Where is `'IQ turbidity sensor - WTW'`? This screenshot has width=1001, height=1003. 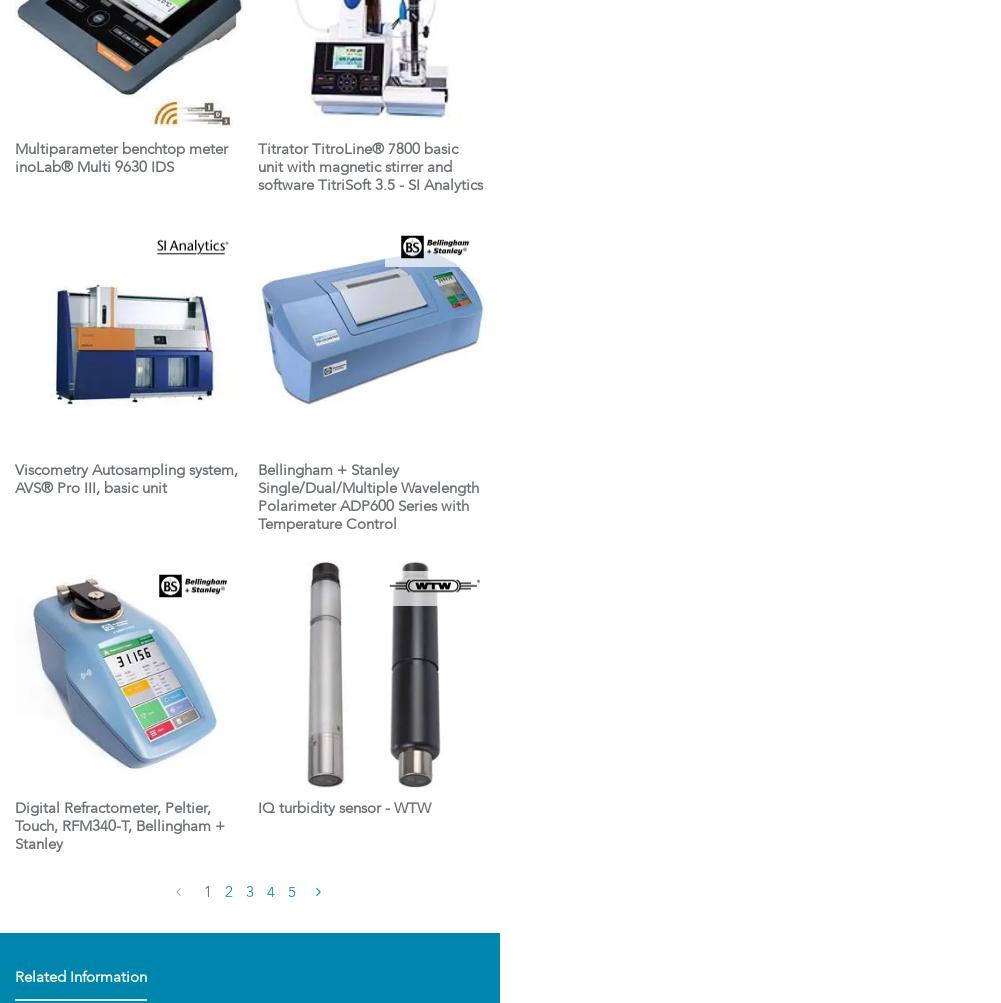
'IQ turbidity sensor - WTW' is located at coordinates (343, 809).